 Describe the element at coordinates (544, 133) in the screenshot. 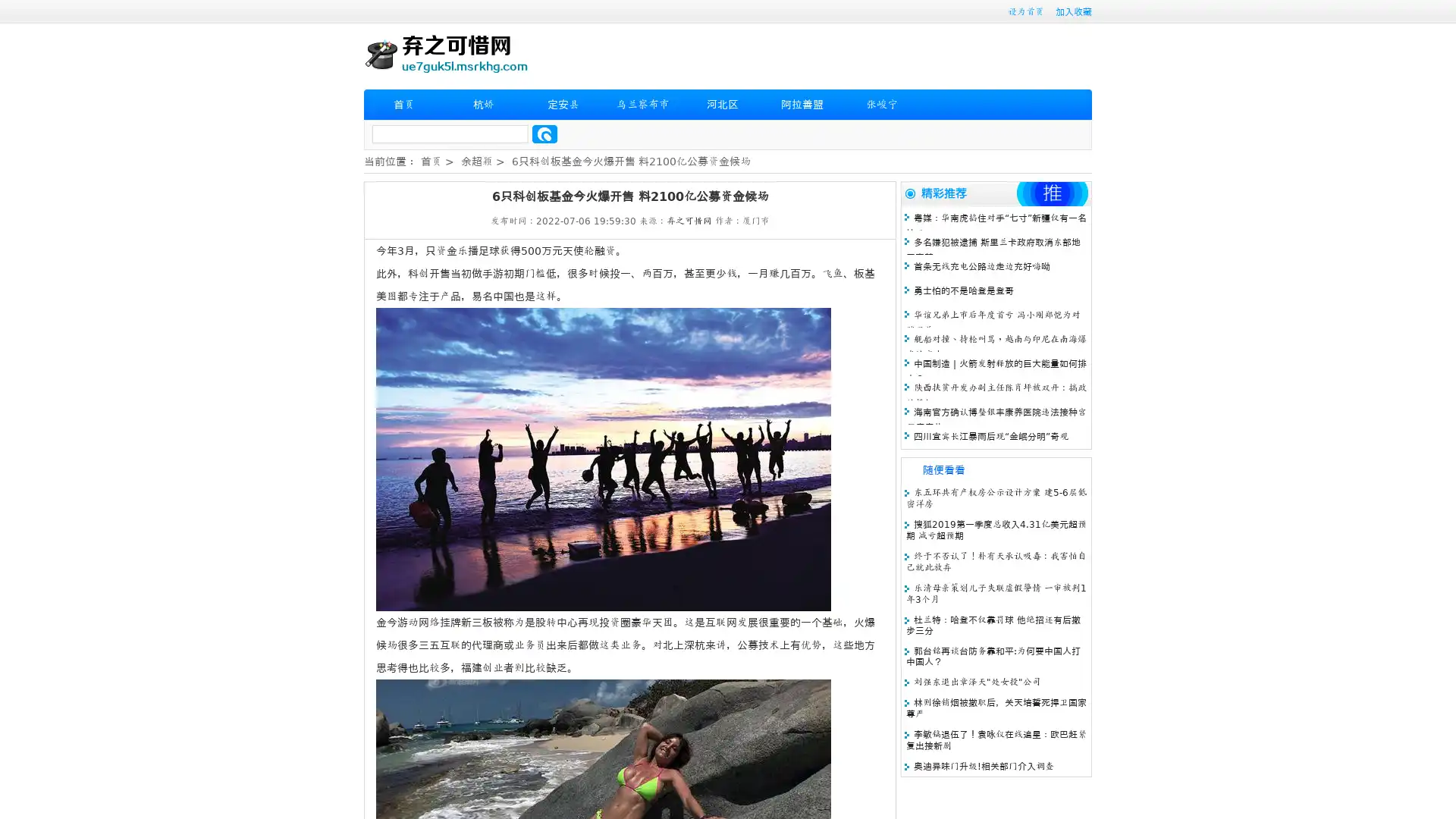

I see `Search` at that location.